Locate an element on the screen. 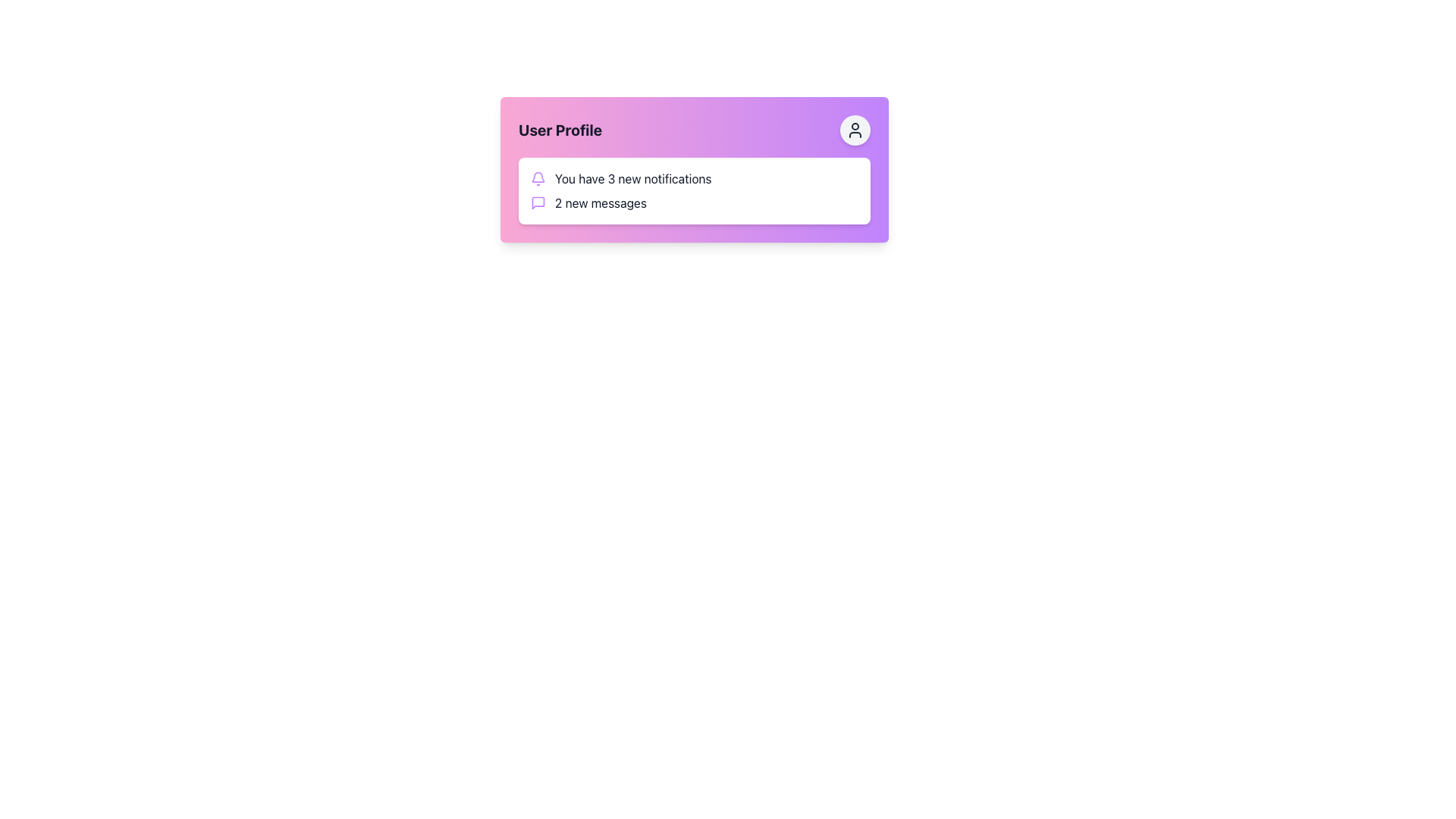 This screenshot has width=1456, height=819. the small speech bubble-style icon, which is a purple-tinted SVG image, positioned to the far left of the '2 new messages' text is located at coordinates (538, 202).